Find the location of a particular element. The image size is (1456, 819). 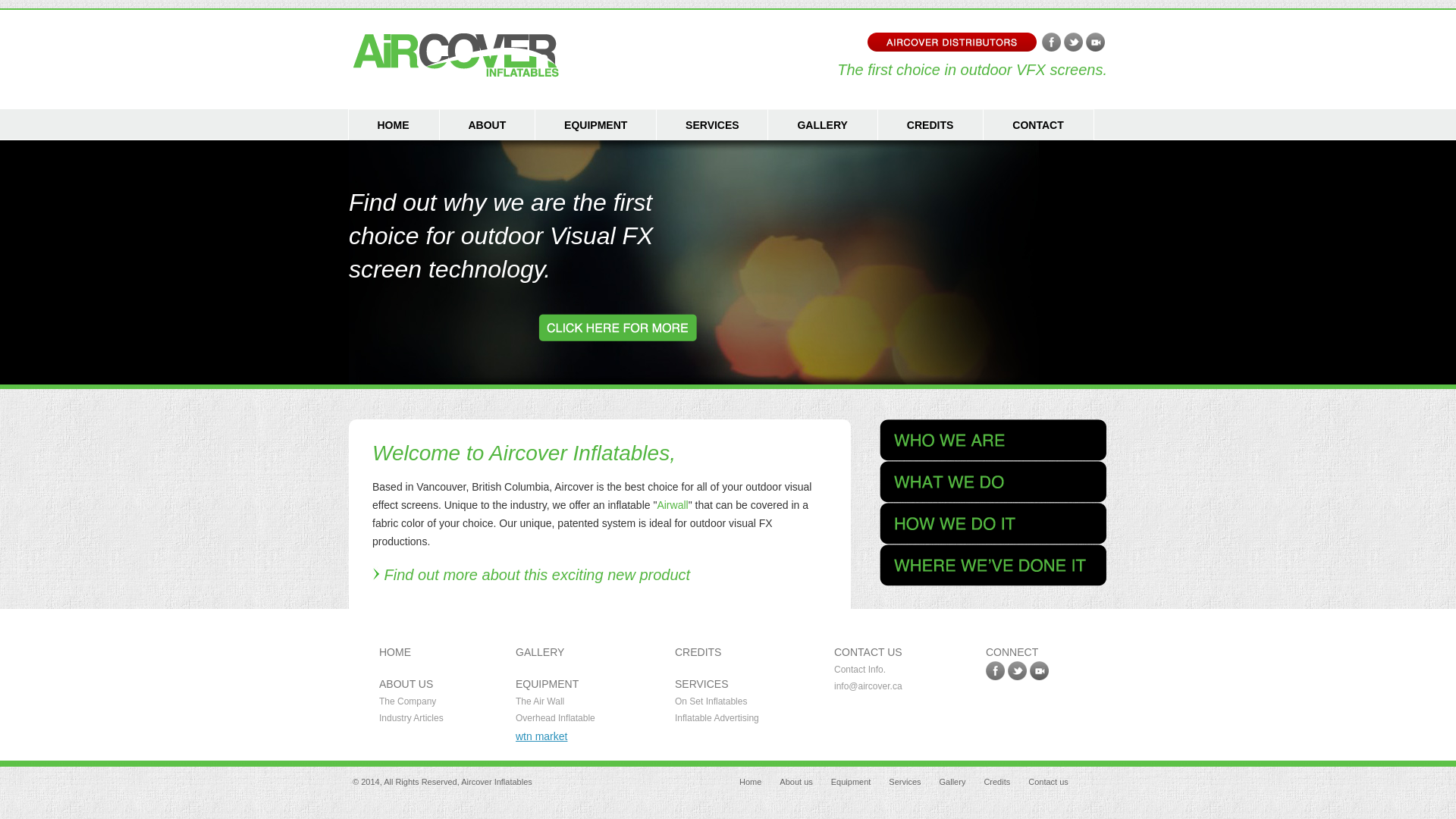

'Inflatable Advertising' is located at coordinates (716, 717).